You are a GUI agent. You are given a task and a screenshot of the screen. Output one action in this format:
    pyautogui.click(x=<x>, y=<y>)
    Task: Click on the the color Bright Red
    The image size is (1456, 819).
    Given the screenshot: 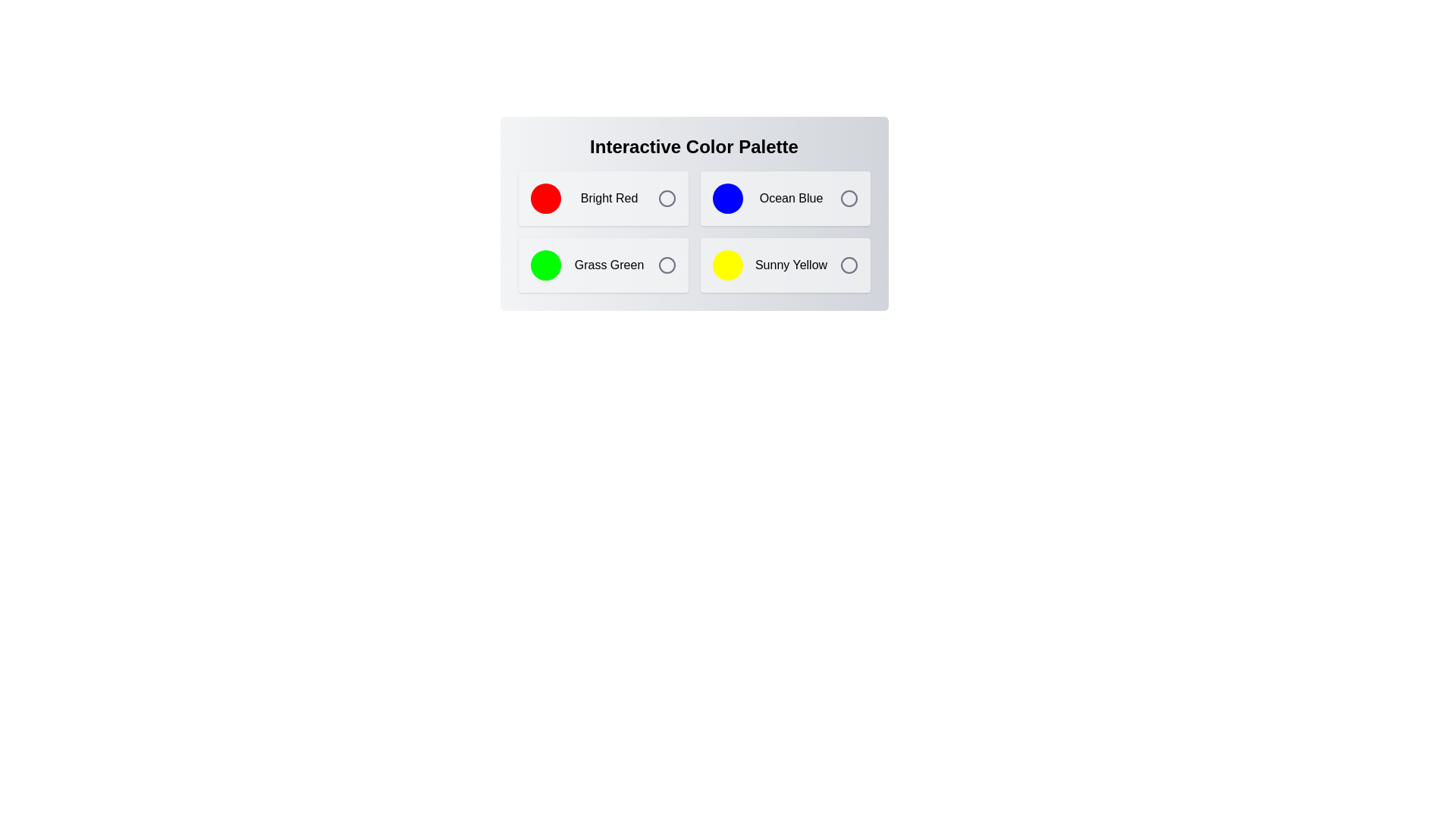 What is the action you would take?
    pyautogui.click(x=602, y=198)
    